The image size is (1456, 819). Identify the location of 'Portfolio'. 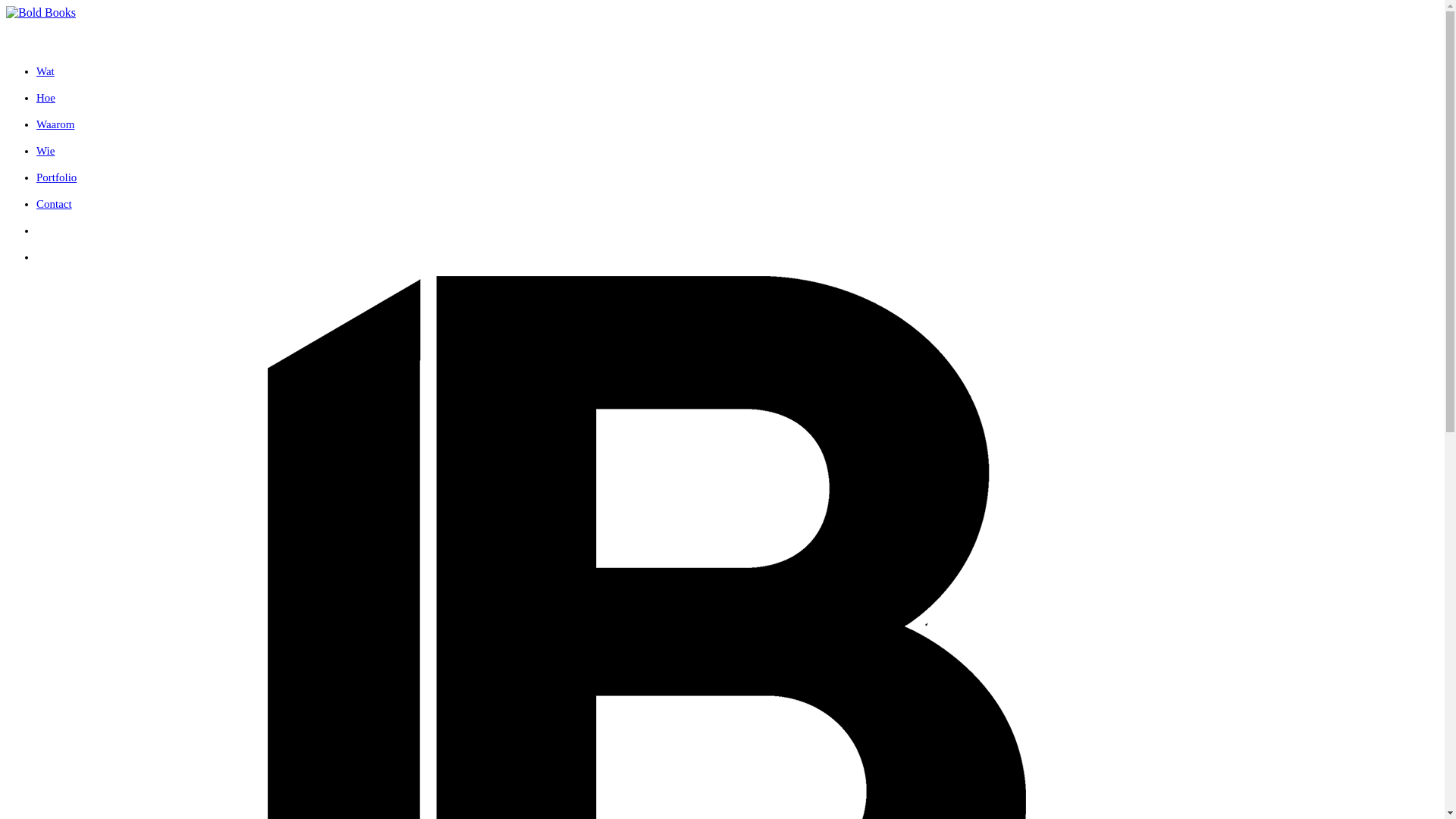
(56, 177).